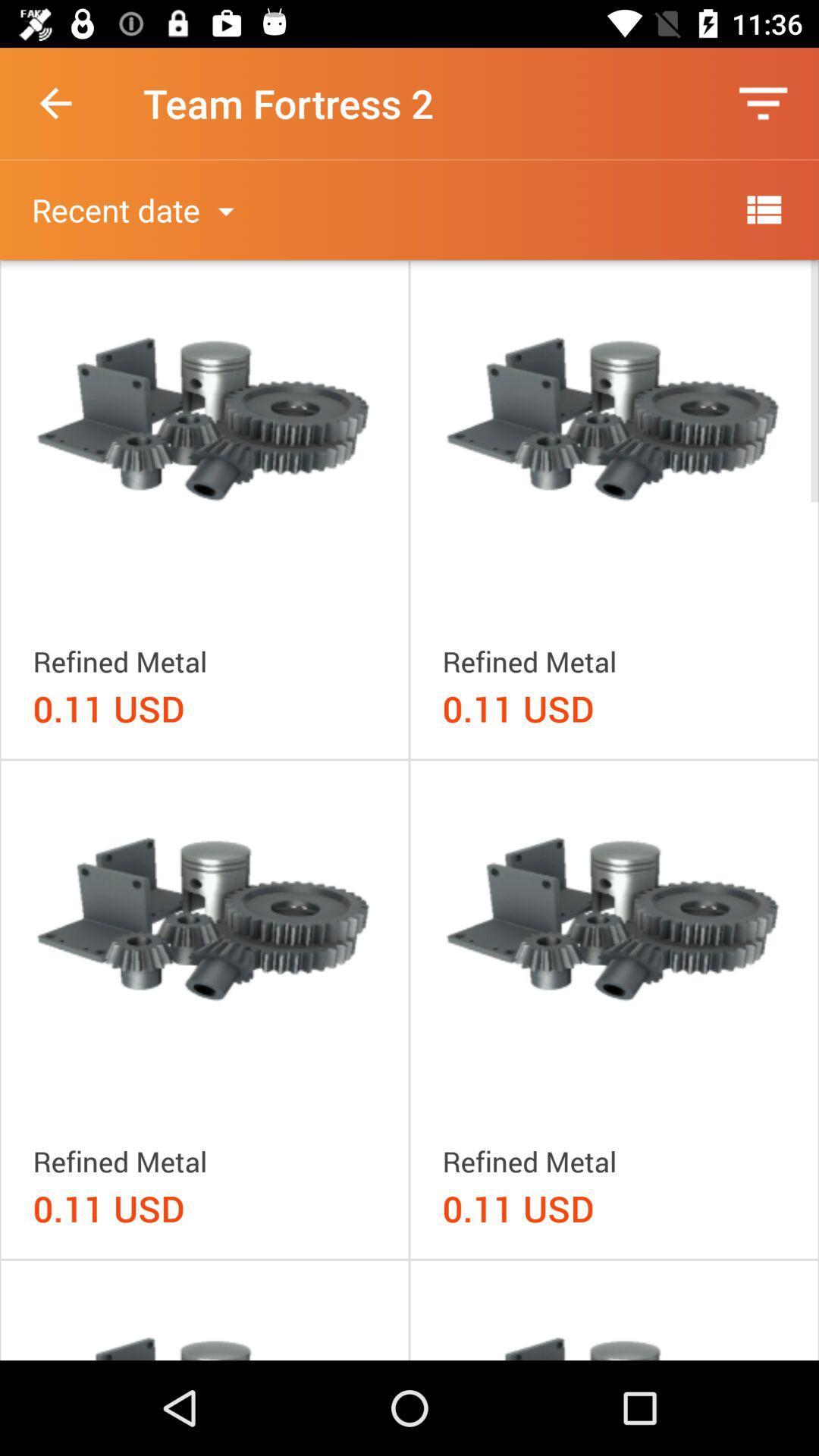  I want to click on the icon to the left of team fortress 2 item, so click(55, 102).